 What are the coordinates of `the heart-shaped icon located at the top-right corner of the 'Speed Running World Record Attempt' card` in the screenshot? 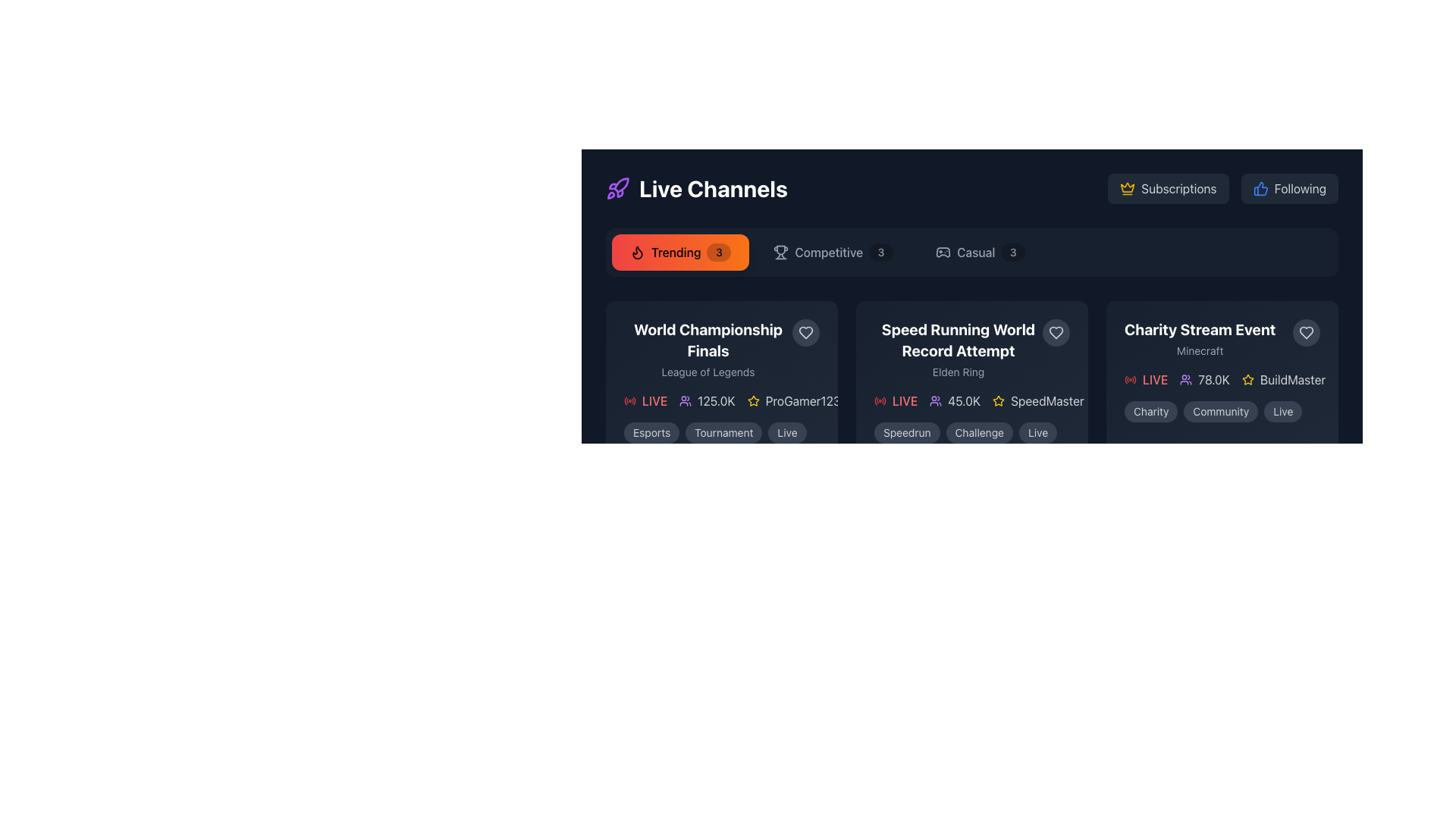 It's located at (1055, 332).